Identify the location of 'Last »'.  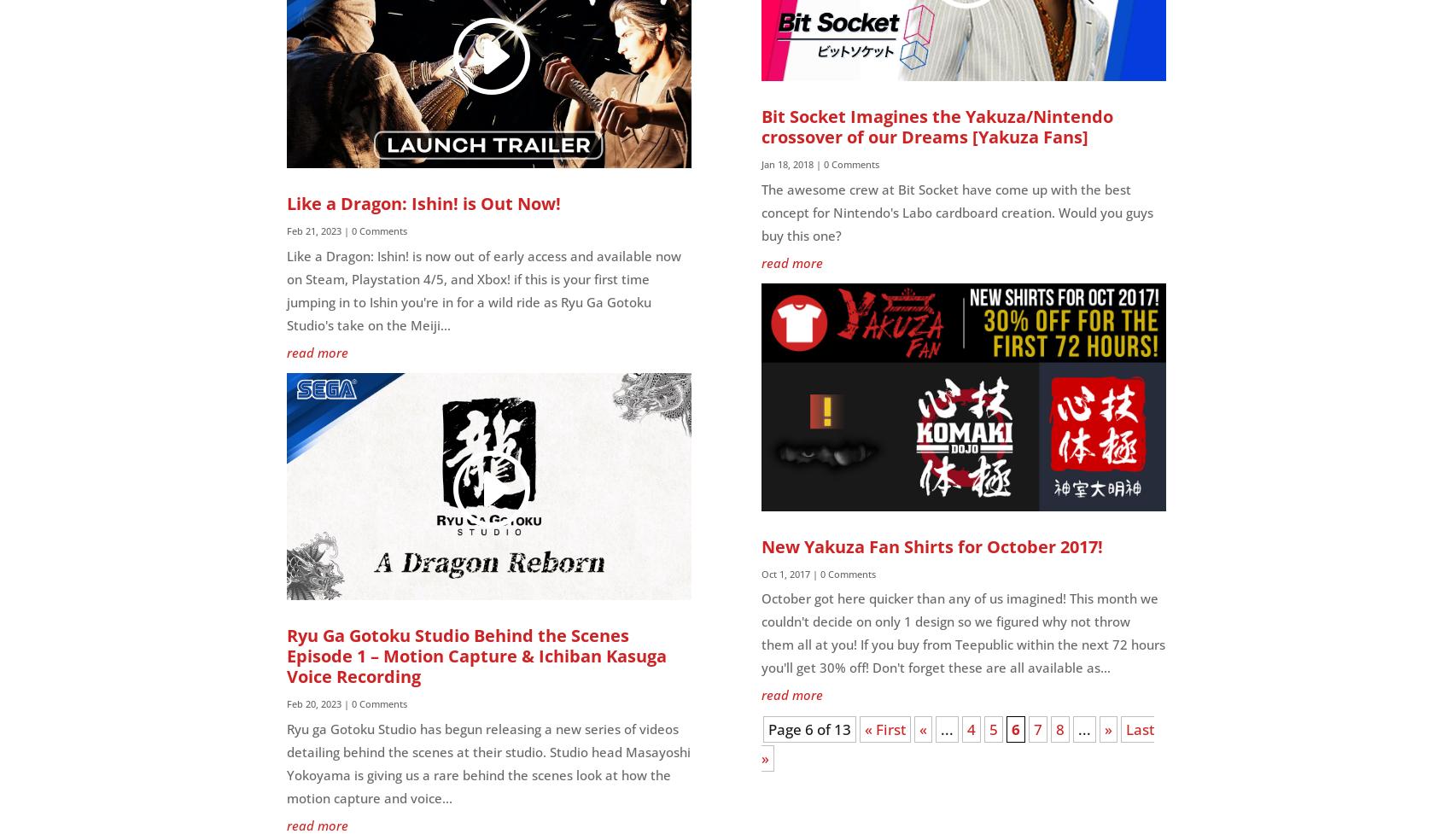
(956, 744).